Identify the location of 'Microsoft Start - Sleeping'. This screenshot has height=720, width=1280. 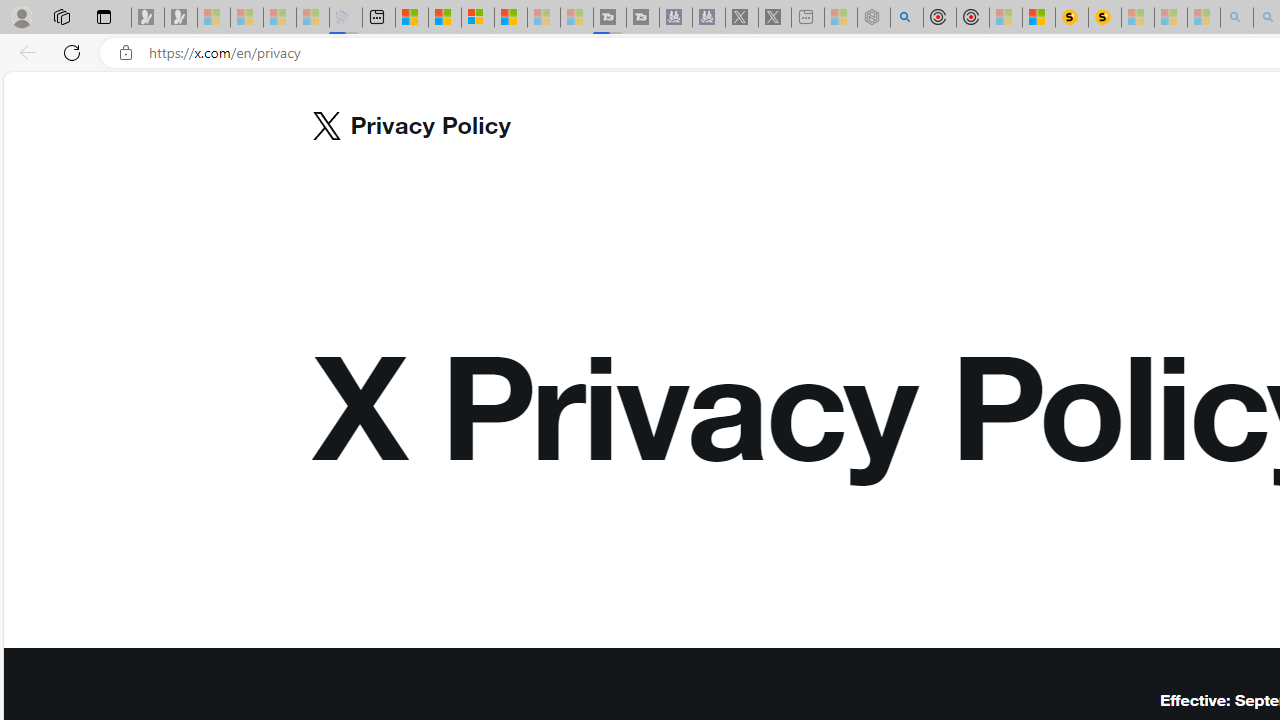
(544, 17).